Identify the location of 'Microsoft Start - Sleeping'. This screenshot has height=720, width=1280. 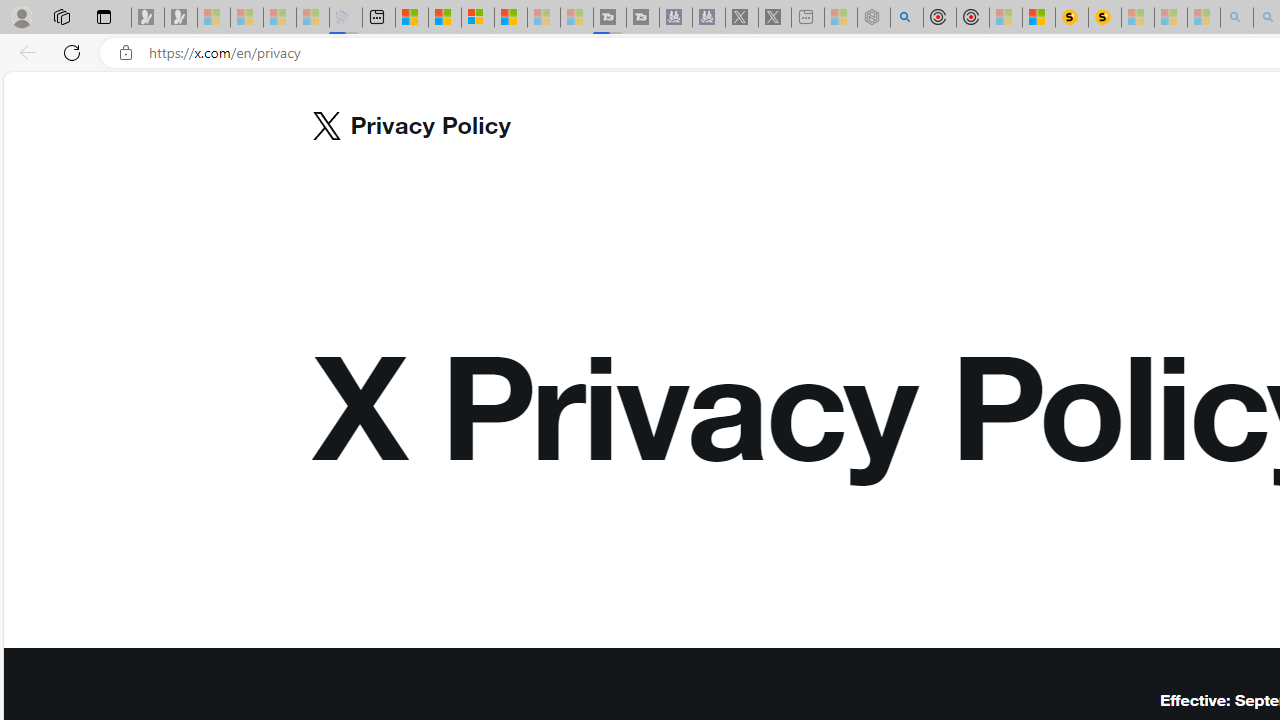
(544, 17).